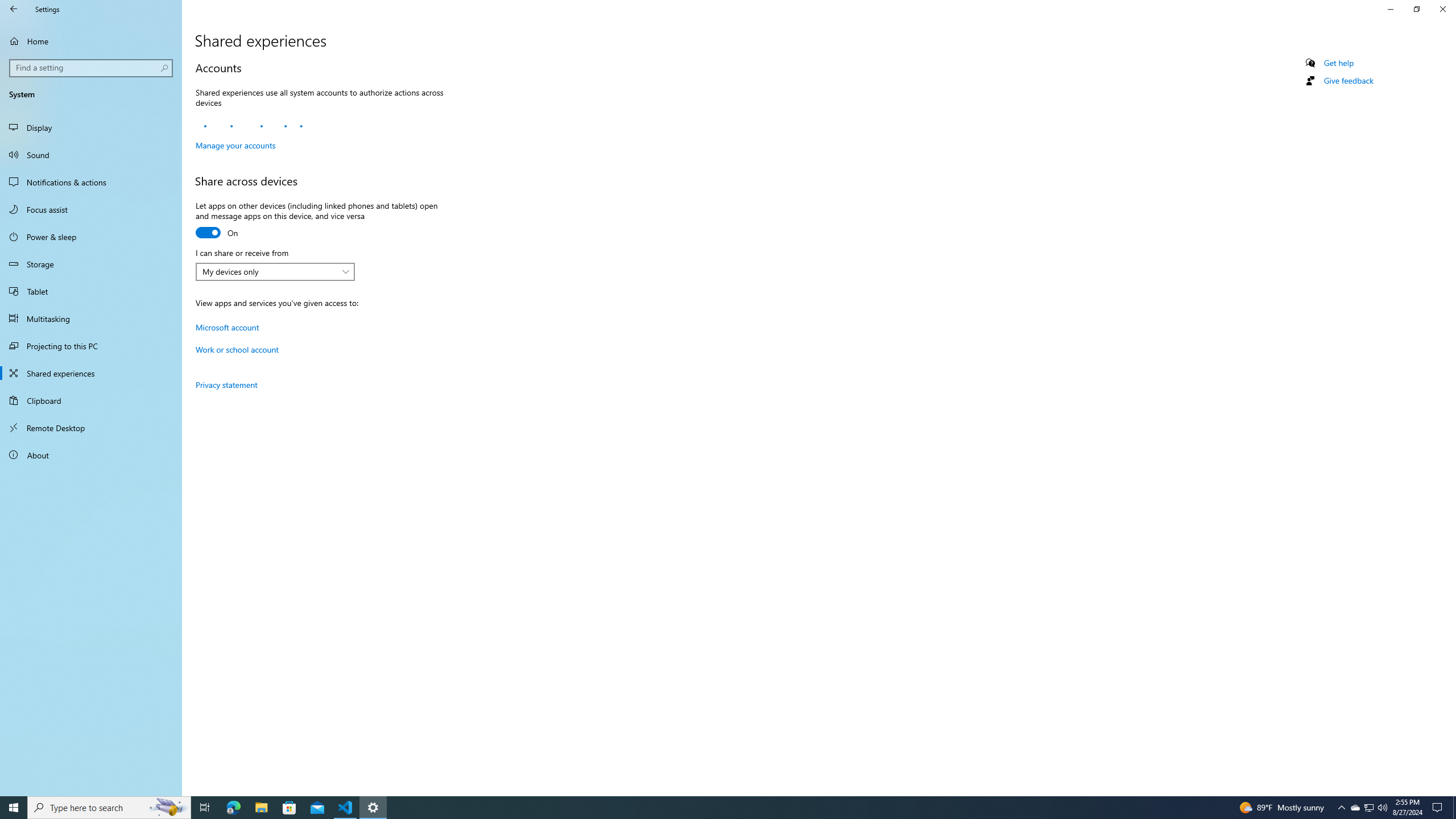  What do you see at coordinates (373, 806) in the screenshot?
I see `'Settings - 1 running window'` at bounding box center [373, 806].